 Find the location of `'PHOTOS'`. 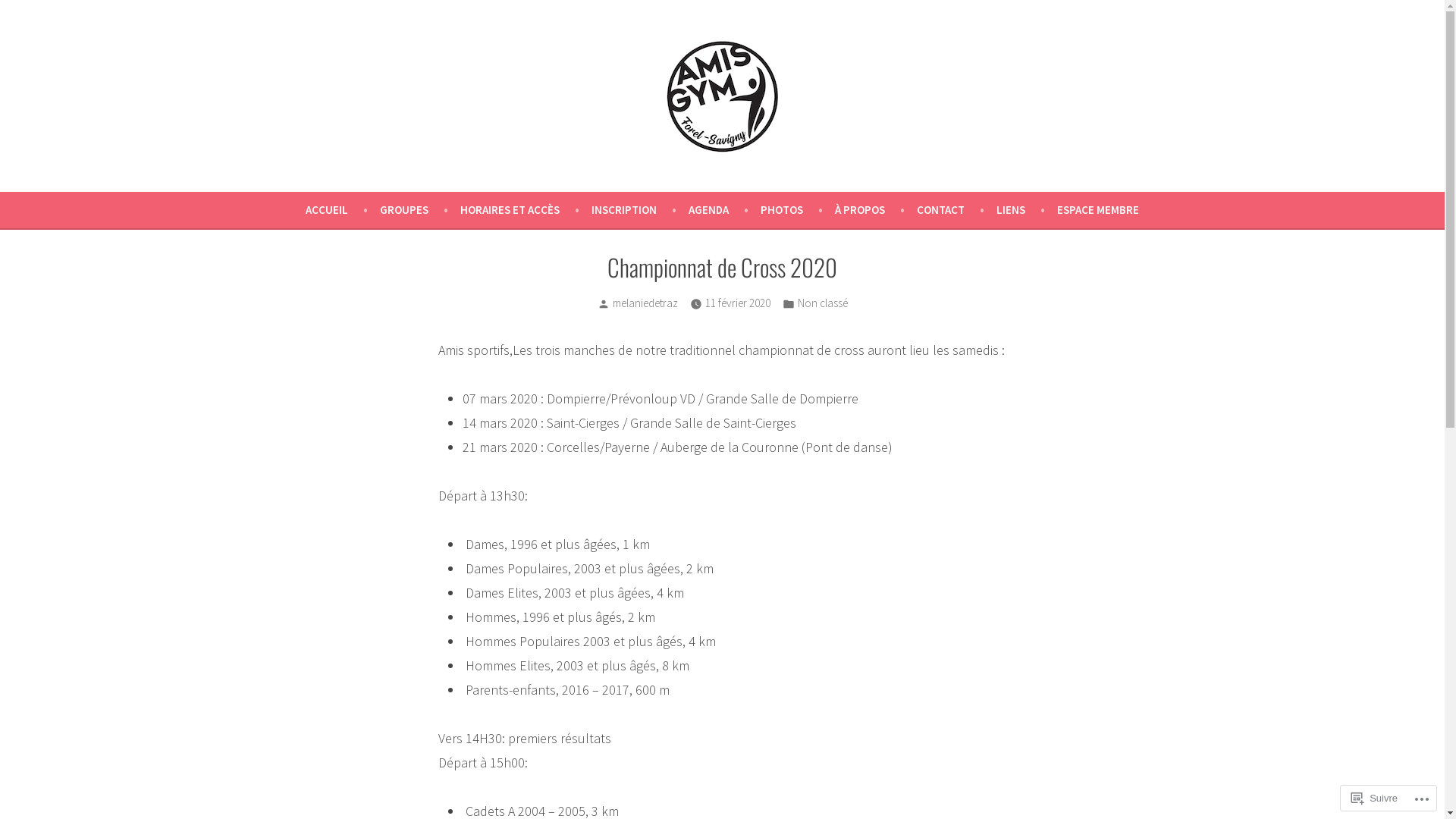

'PHOTOS' is located at coordinates (761, 210).